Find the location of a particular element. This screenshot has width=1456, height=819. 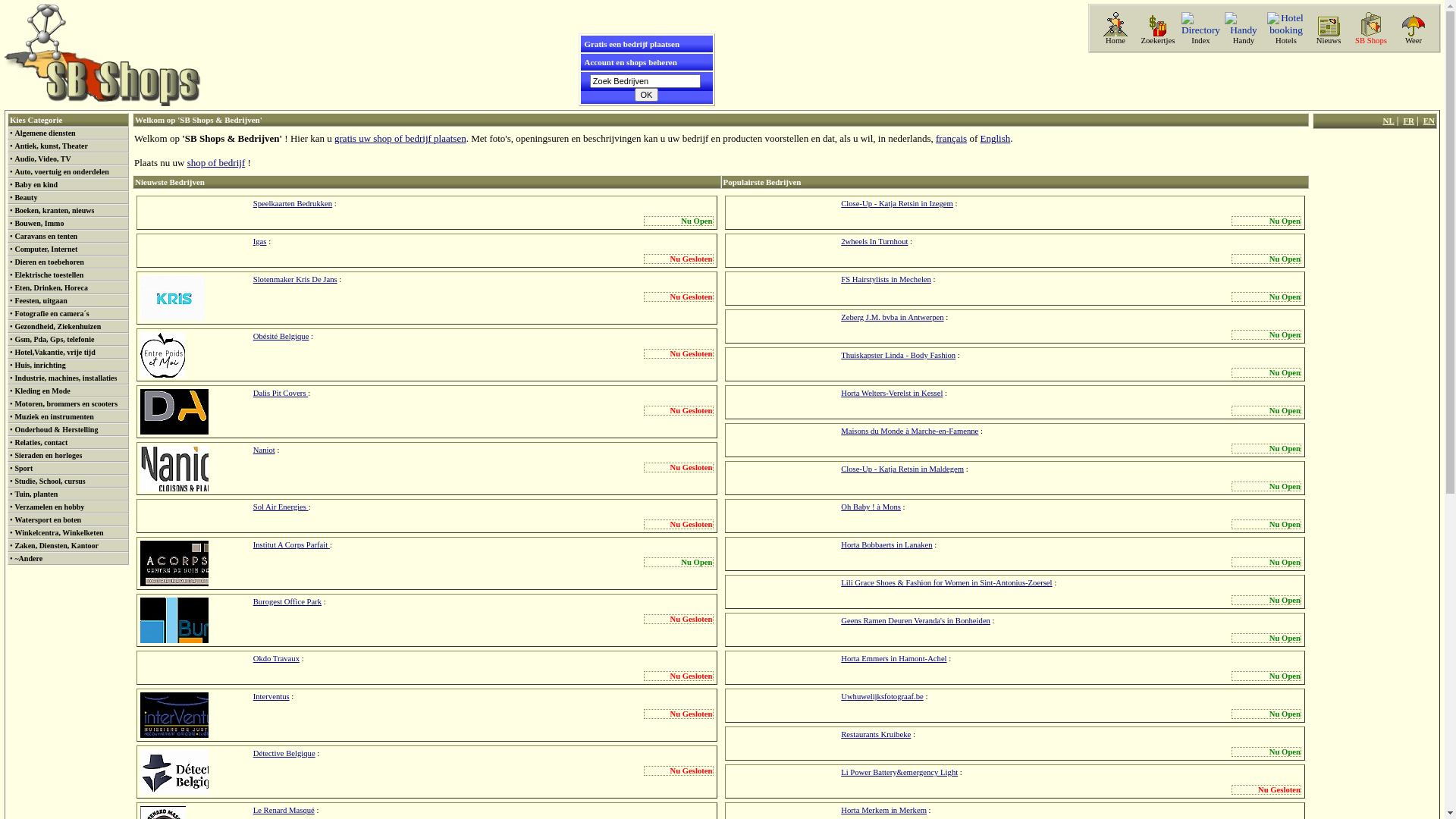

'Verzamelen en hobby' is located at coordinates (49, 507).